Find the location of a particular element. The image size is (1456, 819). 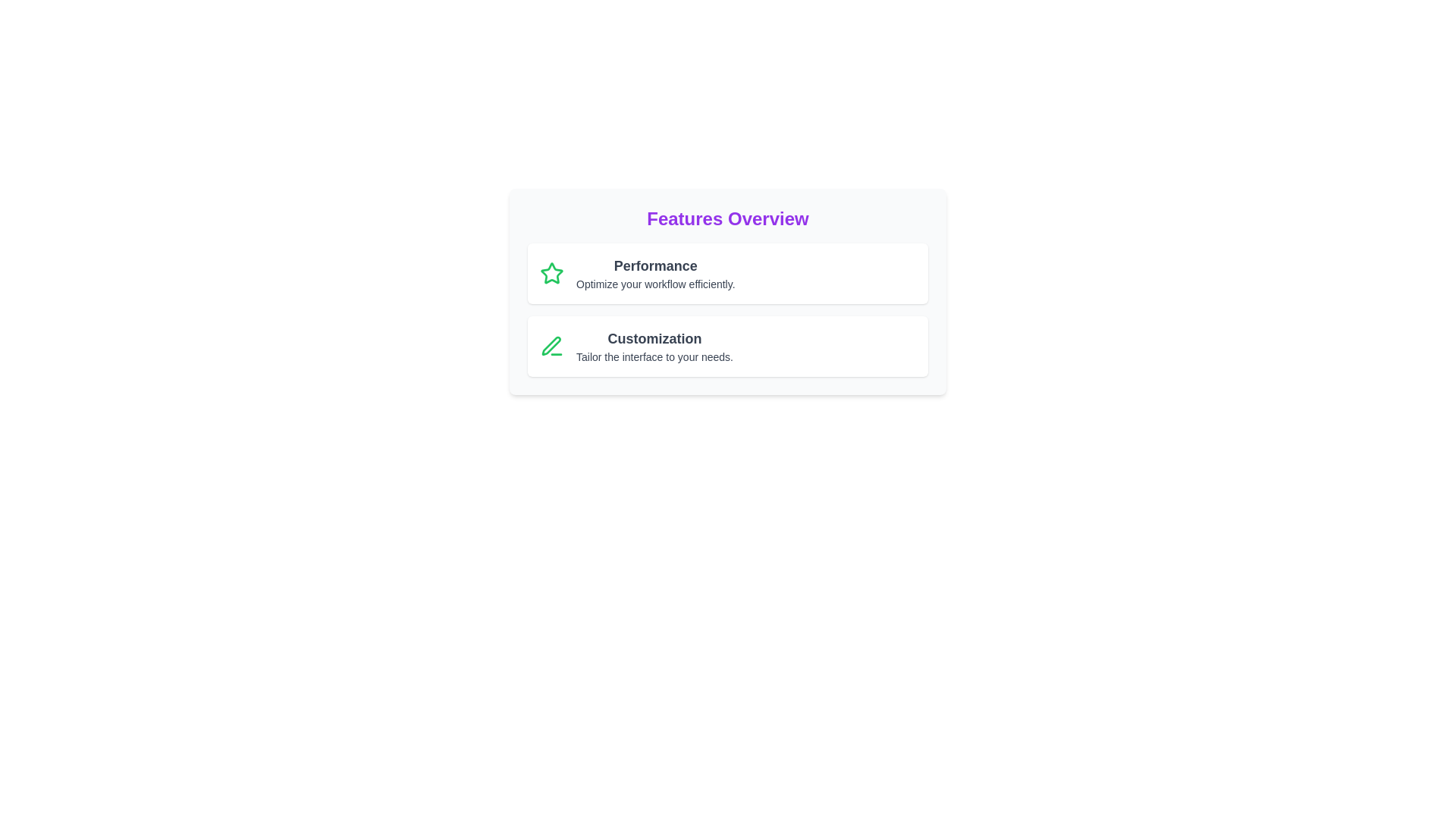

the green pen icon within the 'Customization' option of the feature list, which is located below the 'Performance' option is located at coordinates (551, 346).